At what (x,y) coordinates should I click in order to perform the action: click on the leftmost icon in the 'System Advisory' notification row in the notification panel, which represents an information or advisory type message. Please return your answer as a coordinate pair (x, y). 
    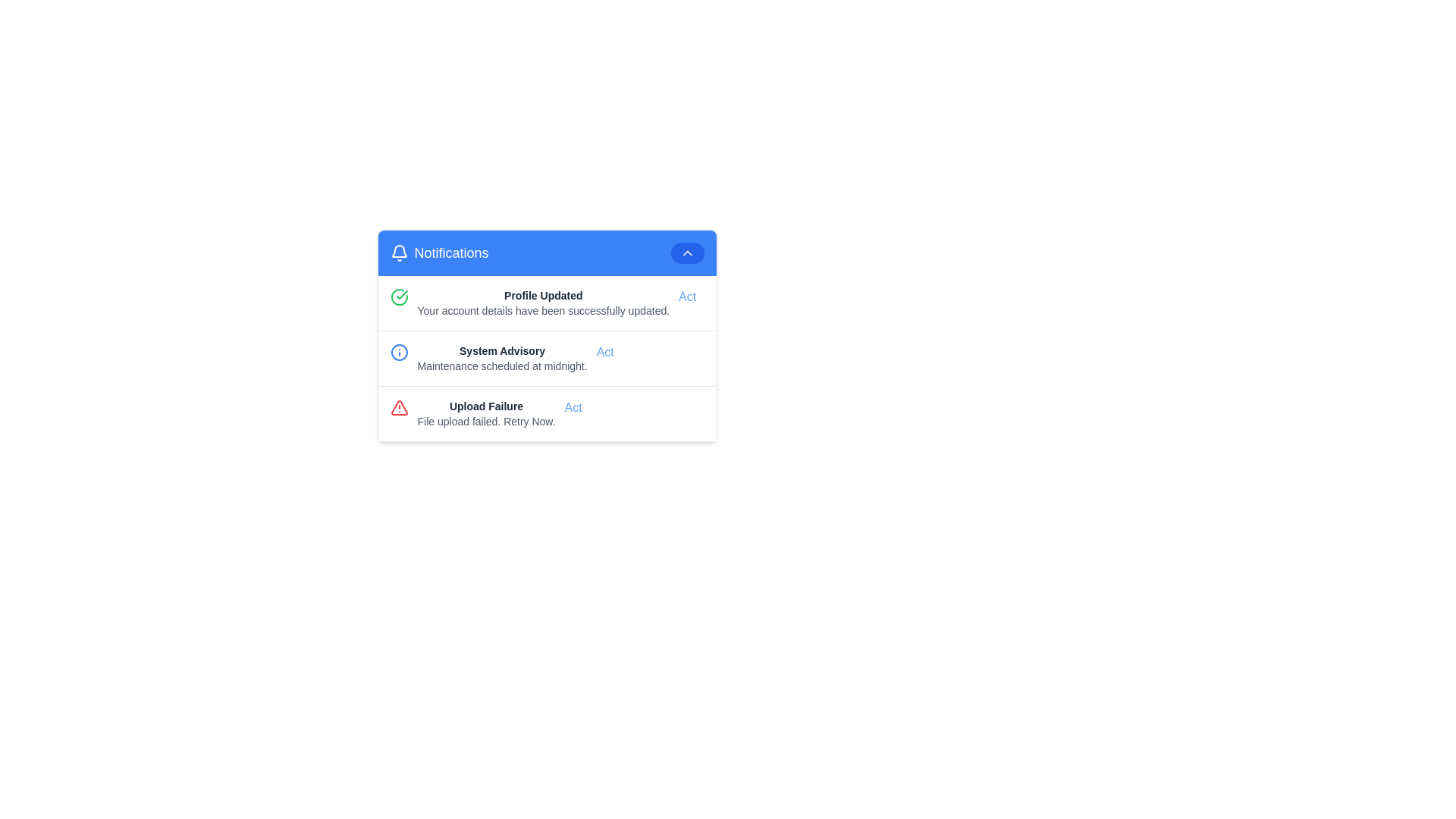
    Looking at the image, I should click on (399, 353).